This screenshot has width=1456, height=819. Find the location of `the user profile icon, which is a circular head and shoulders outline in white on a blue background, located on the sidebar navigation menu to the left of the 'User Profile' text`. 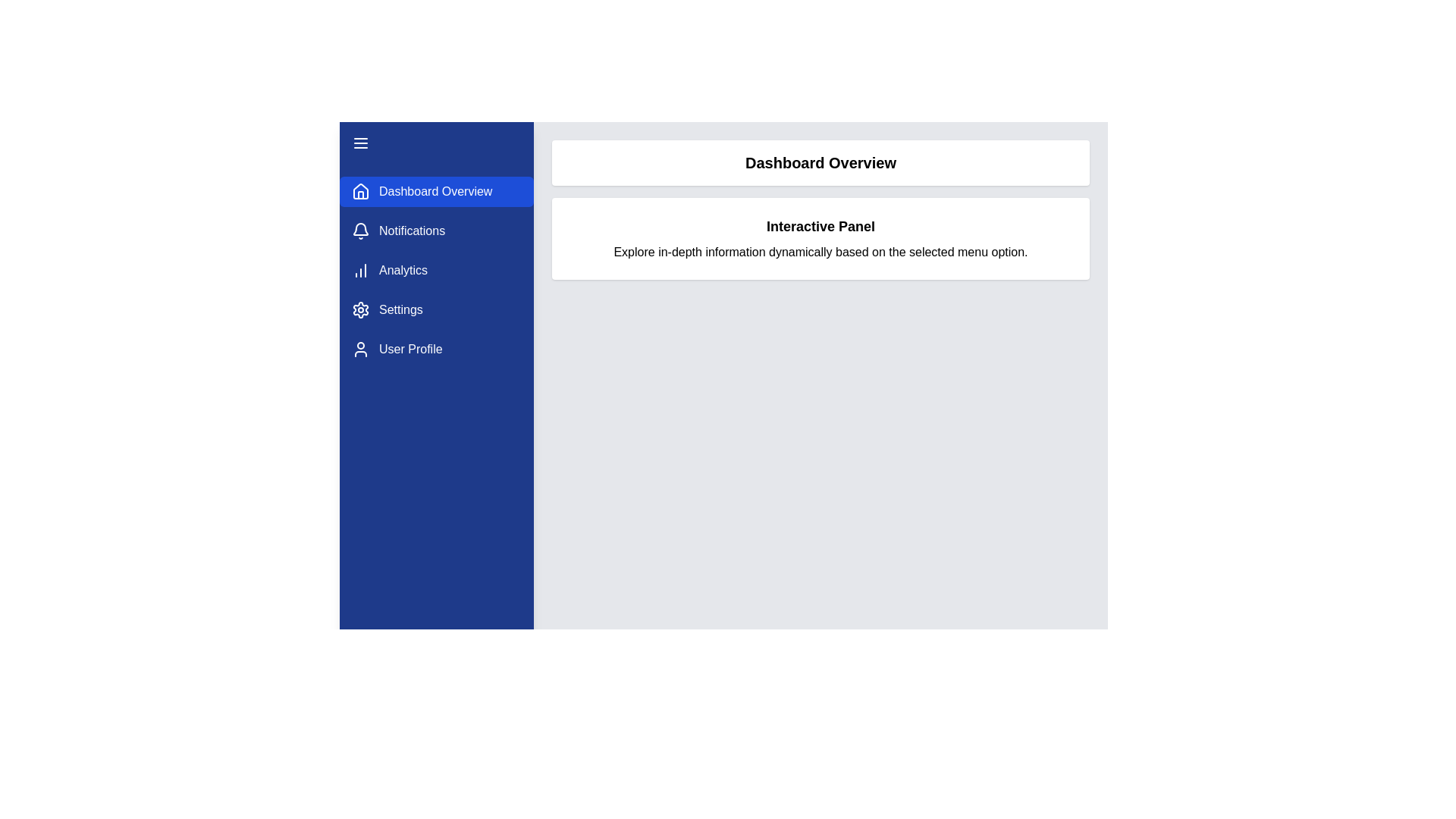

the user profile icon, which is a circular head and shoulders outline in white on a blue background, located on the sidebar navigation menu to the left of the 'User Profile' text is located at coordinates (359, 350).